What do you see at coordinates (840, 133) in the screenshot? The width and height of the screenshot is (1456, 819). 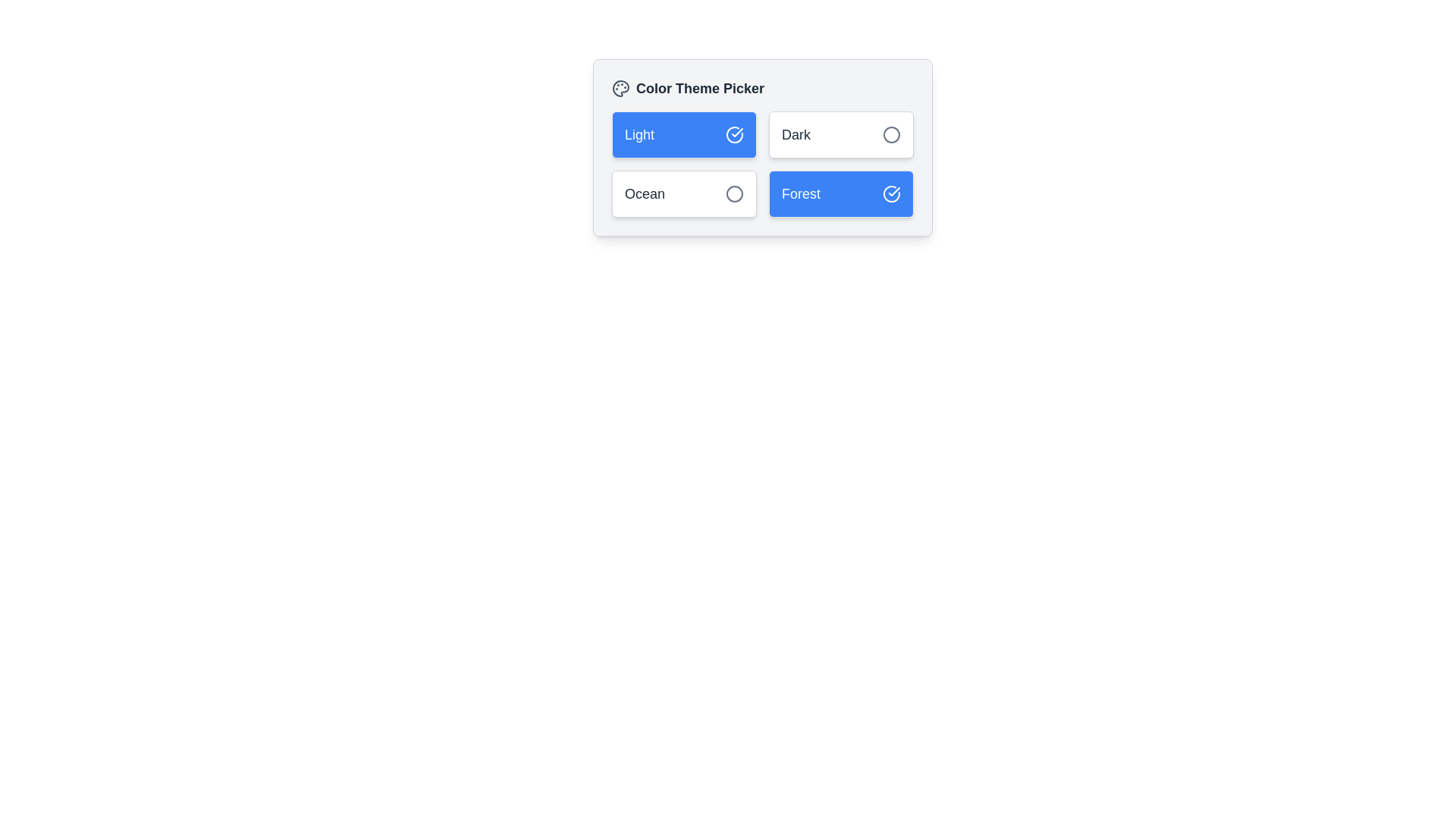 I see `the button labeled Dark to observe visual feedback` at bounding box center [840, 133].